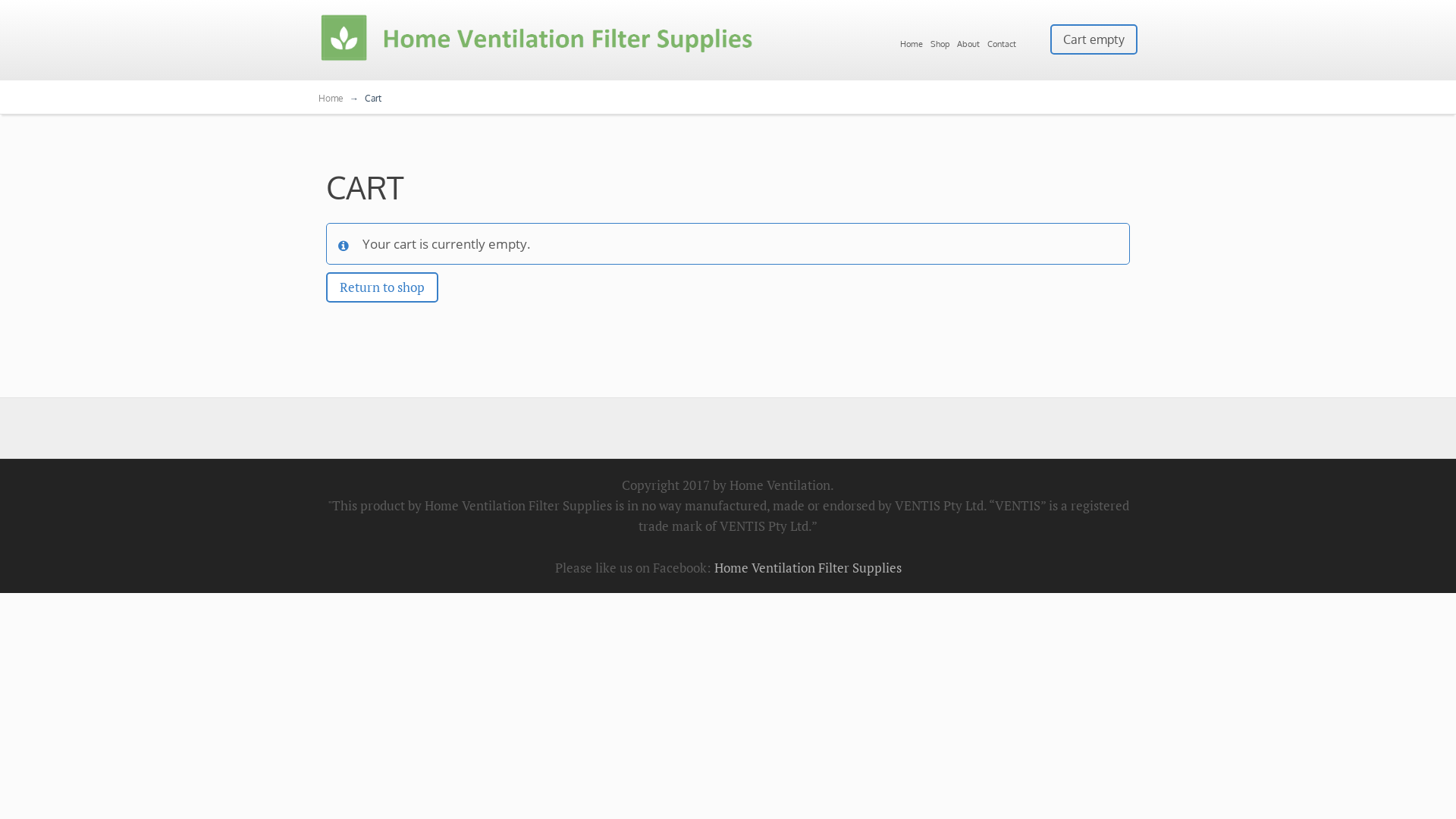  I want to click on 'Cart empty', so click(1094, 38).